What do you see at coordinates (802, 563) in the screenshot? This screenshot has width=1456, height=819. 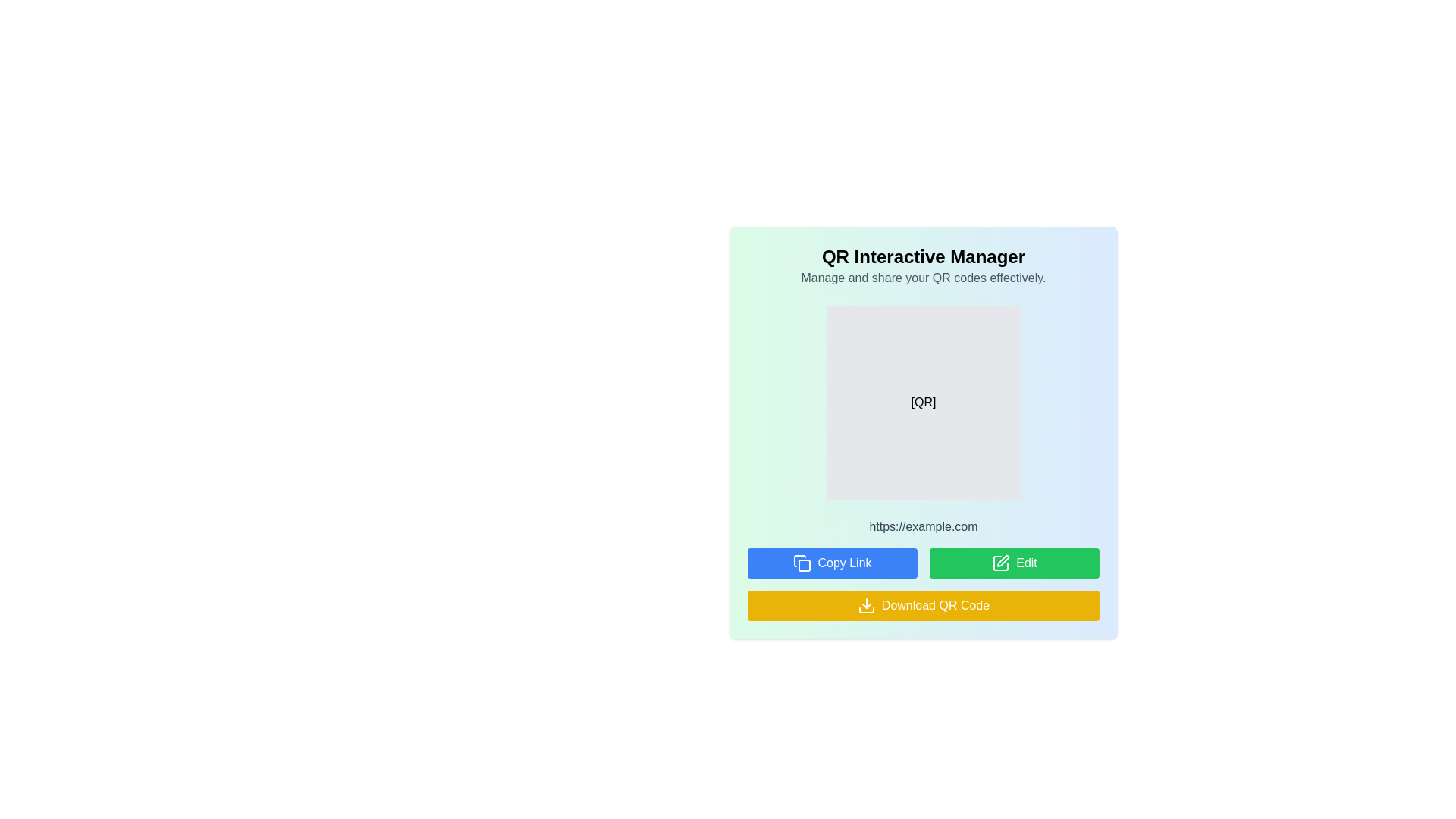 I see `the small square-shaped icon that resembles two overlapping rectangles, located within the blue 'Copy Link' button, positioned to the left of the text label` at bounding box center [802, 563].